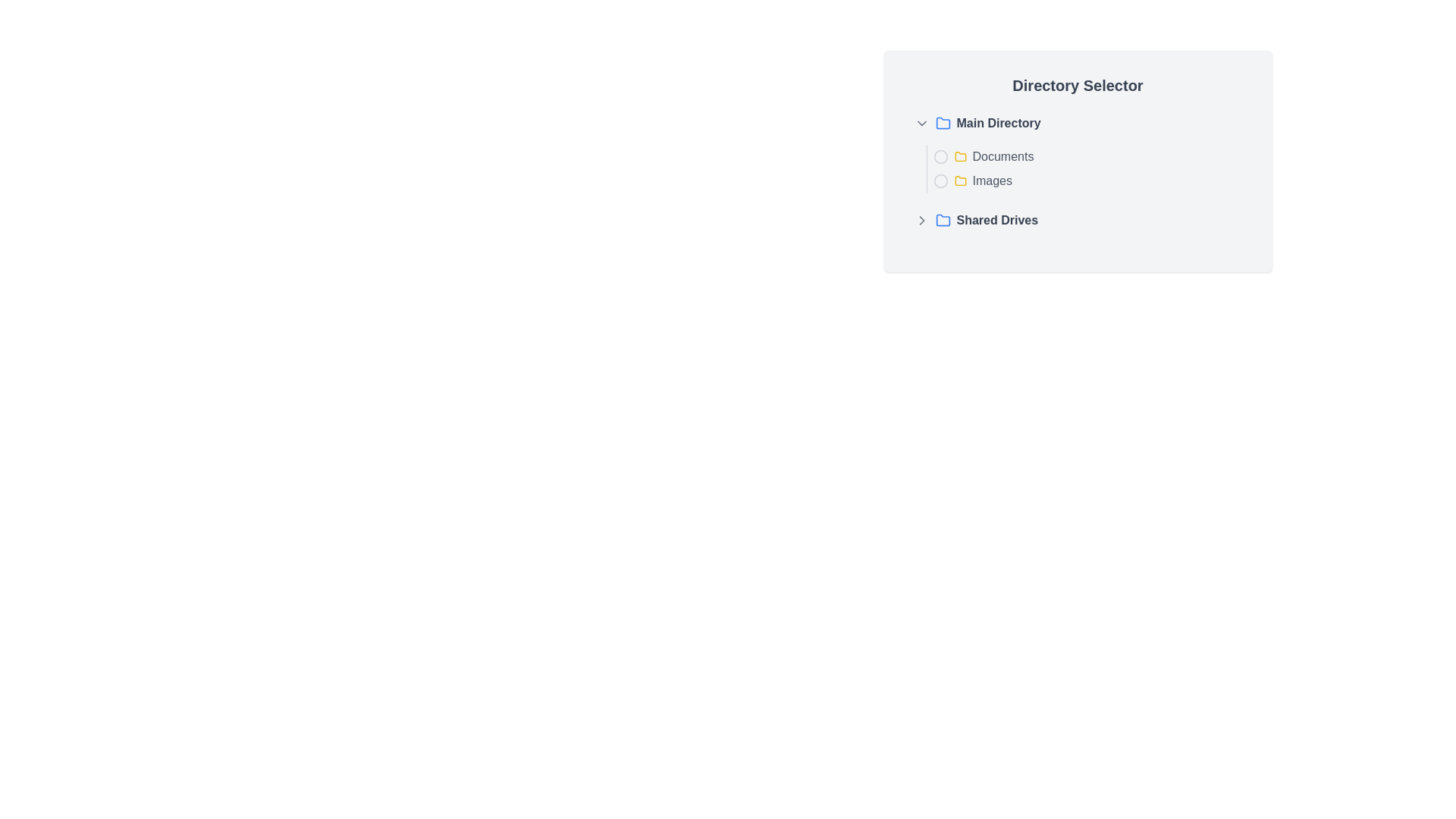 Image resolution: width=1456 pixels, height=819 pixels. I want to click on the 'Documents' folder label located below 'Main Directory' and above 'Images', positioned to the far right of the interface, so click(1003, 157).